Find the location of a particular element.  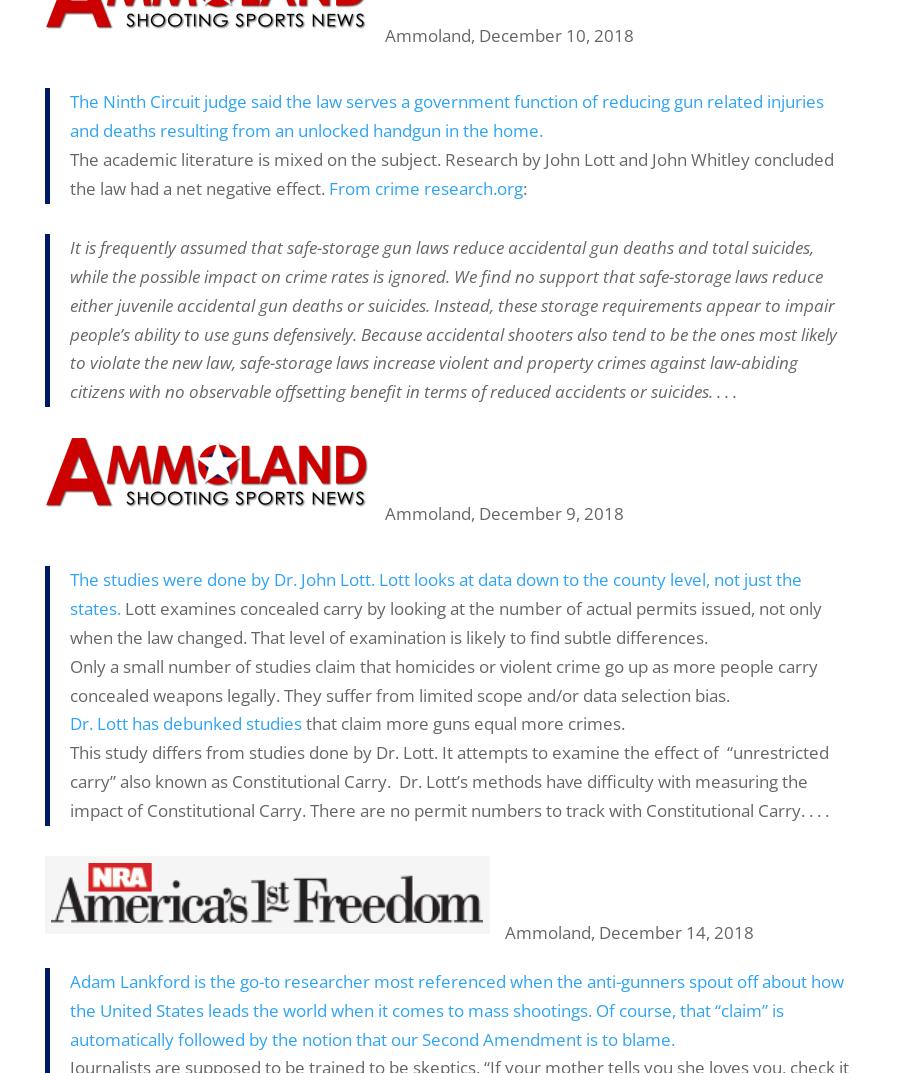

'It is frequently assumed that safe-storage gun laws reduce accidental gun deaths and total suicides, while the possible impact on crime rates is ignored. We find no support that safe-storage laws reduce either juvenile accidental gun deaths or suicides. Instead, these storage requirements appear to impair people’s ability to use guns defensively. Because accidental shooters also tend to be the ones most likely to violate the new law, safe-storage laws increase violent and property crimes against law-abiding citizens with no observable offsetting benefit in terms of reduced accidents or suicides. . . .' is located at coordinates (452, 319).